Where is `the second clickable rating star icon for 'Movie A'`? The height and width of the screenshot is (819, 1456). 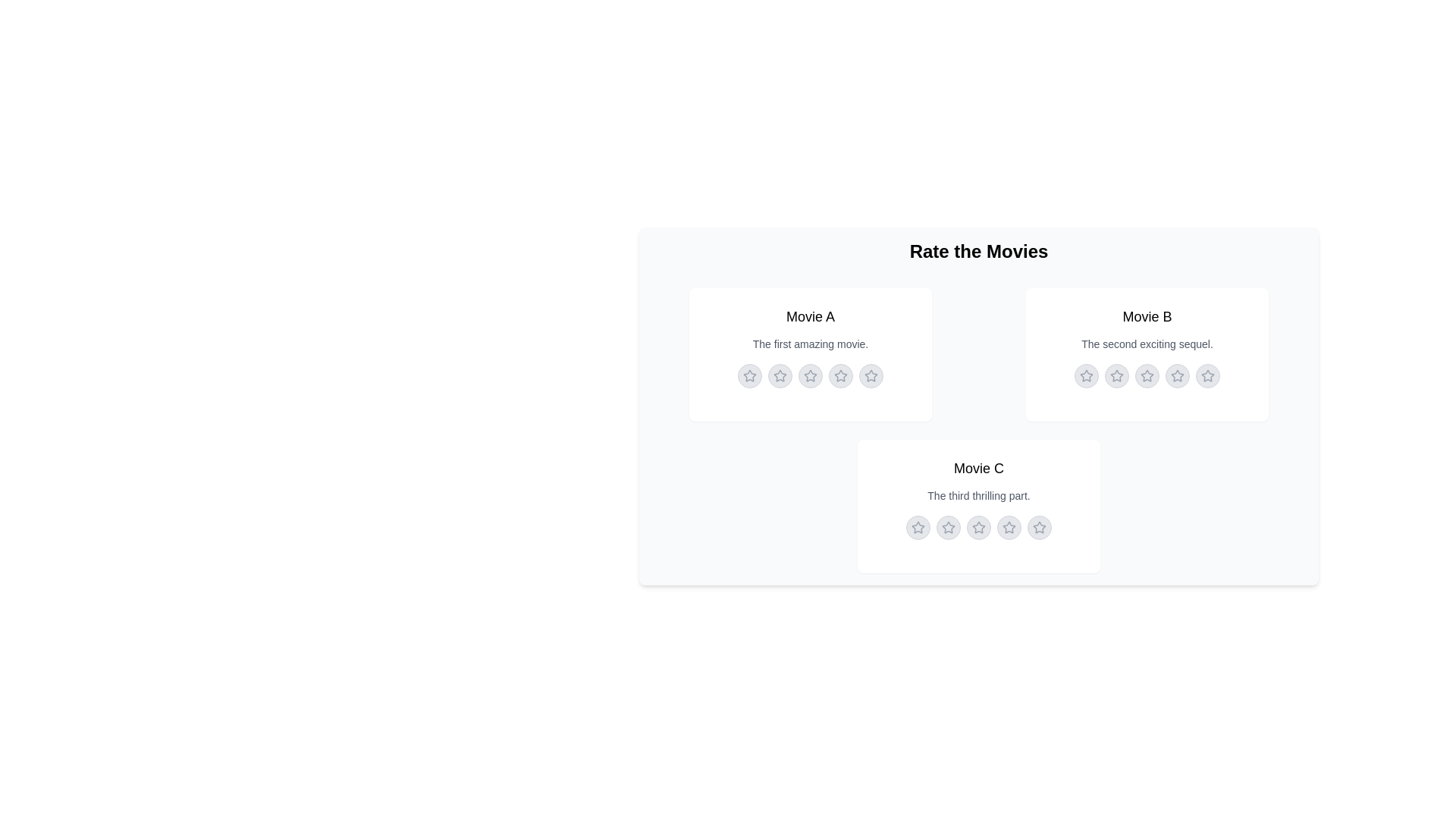 the second clickable rating star icon for 'Movie A' is located at coordinates (779, 375).